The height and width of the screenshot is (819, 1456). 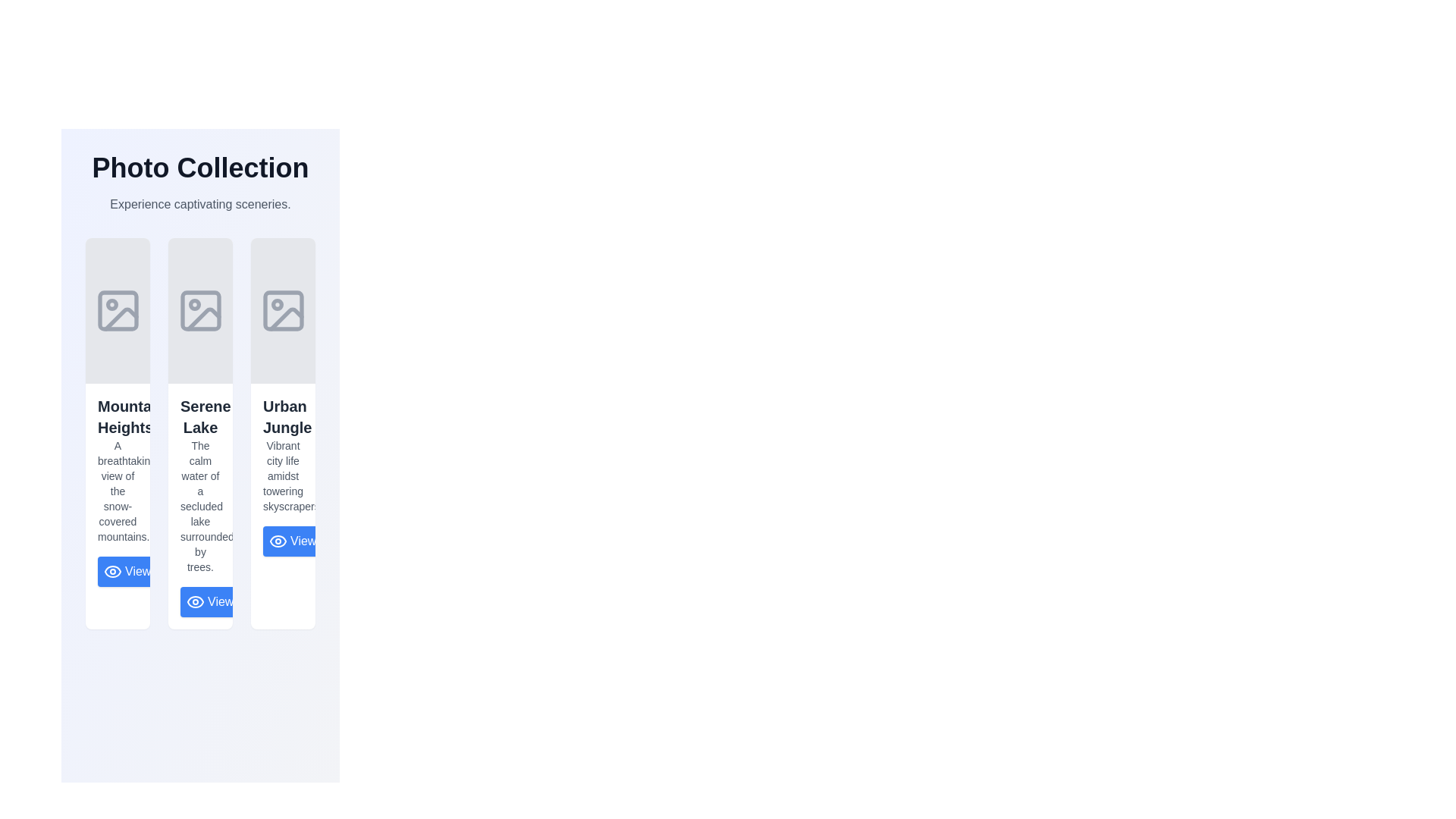 What do you see at coordinates (193, 304) in the screenshot?
I see `Decorative Icon located in the center of the image placeholder on the 'Serene Lake' card, which is the middle card in a row of three` at bounding box center [193, 304].